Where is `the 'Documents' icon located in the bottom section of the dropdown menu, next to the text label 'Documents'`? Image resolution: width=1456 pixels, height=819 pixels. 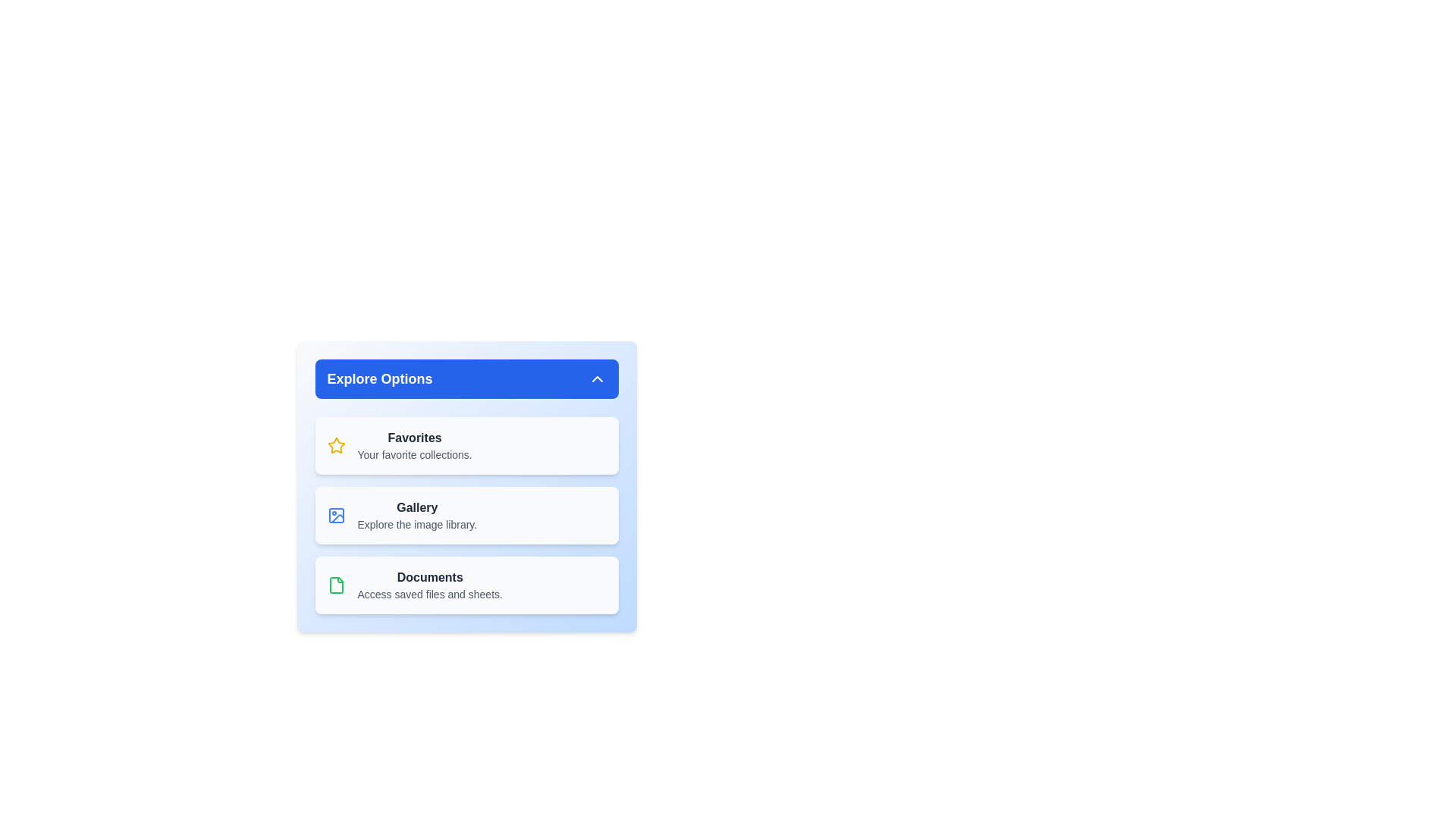 the 'Documents' icon located in the bottom section of the dropdown menu, next to the text label 'Documents' is located at coordinates (335, 584).